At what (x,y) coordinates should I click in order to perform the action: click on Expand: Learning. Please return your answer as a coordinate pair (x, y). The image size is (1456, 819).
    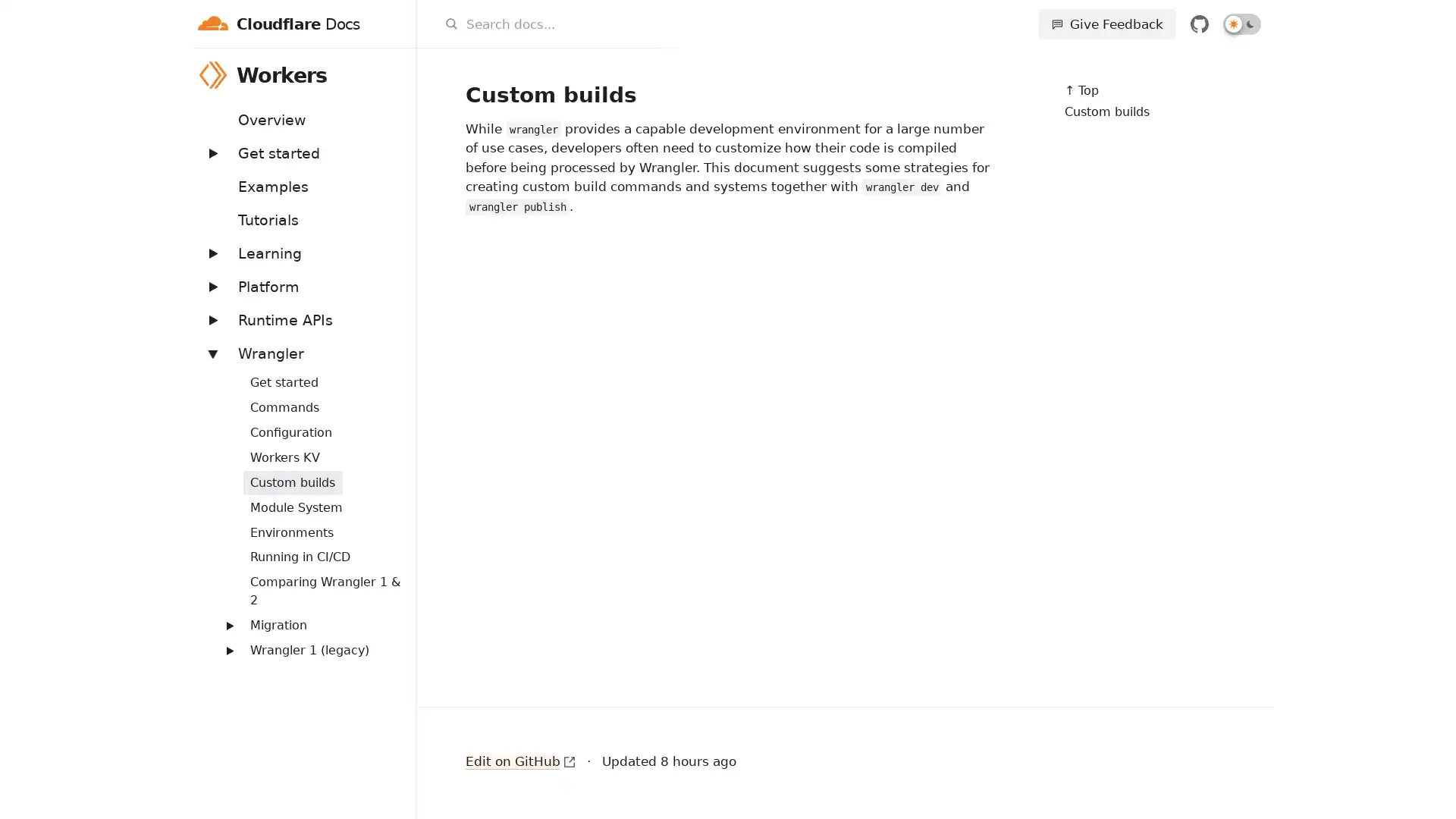
    Looking at the image, I should click on (211, 252).